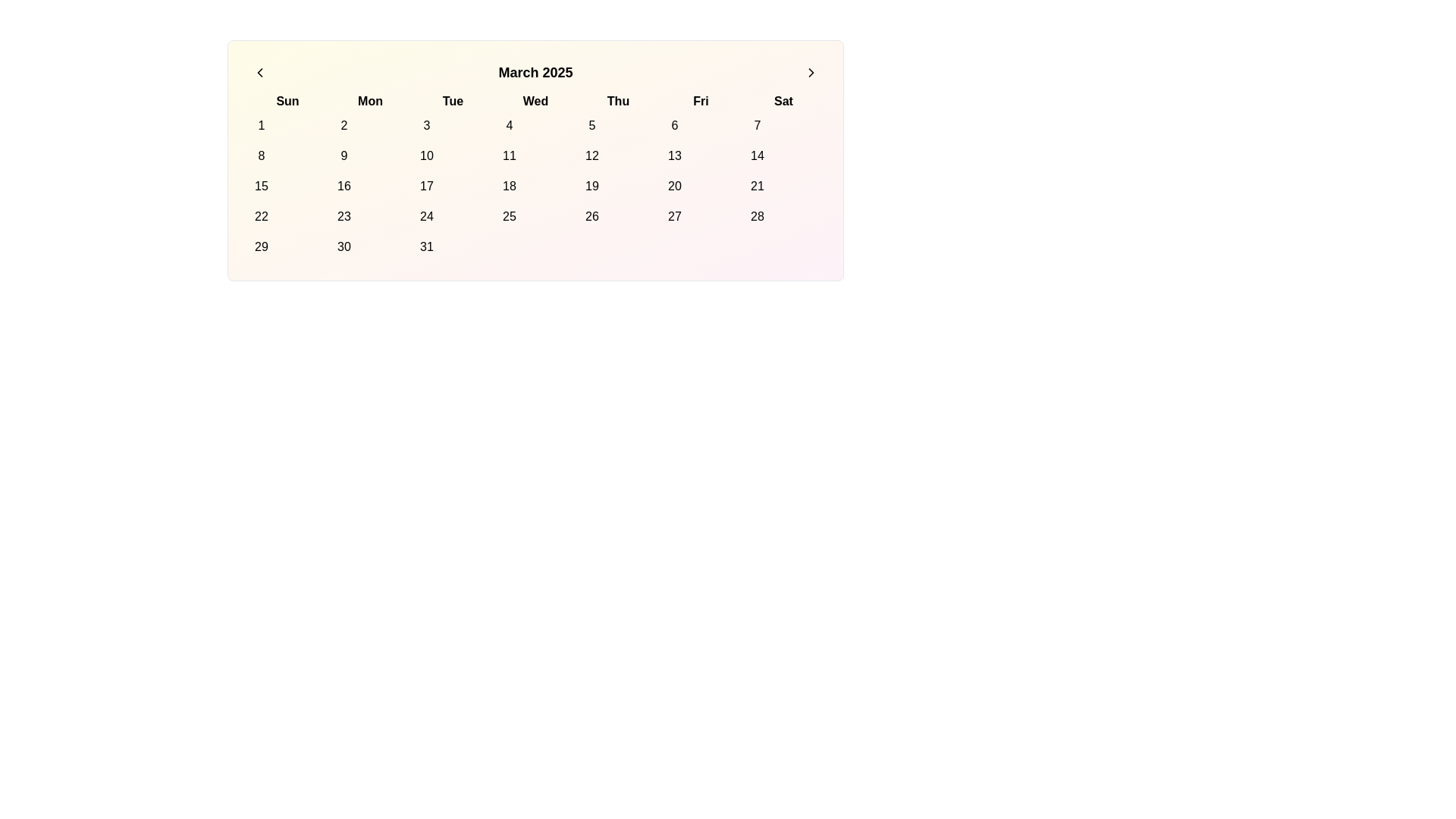 The image size is (1456, 819). I want to click on the static text label displaying 'March 2025' at the top of the calendar interface, so click(535, 73).